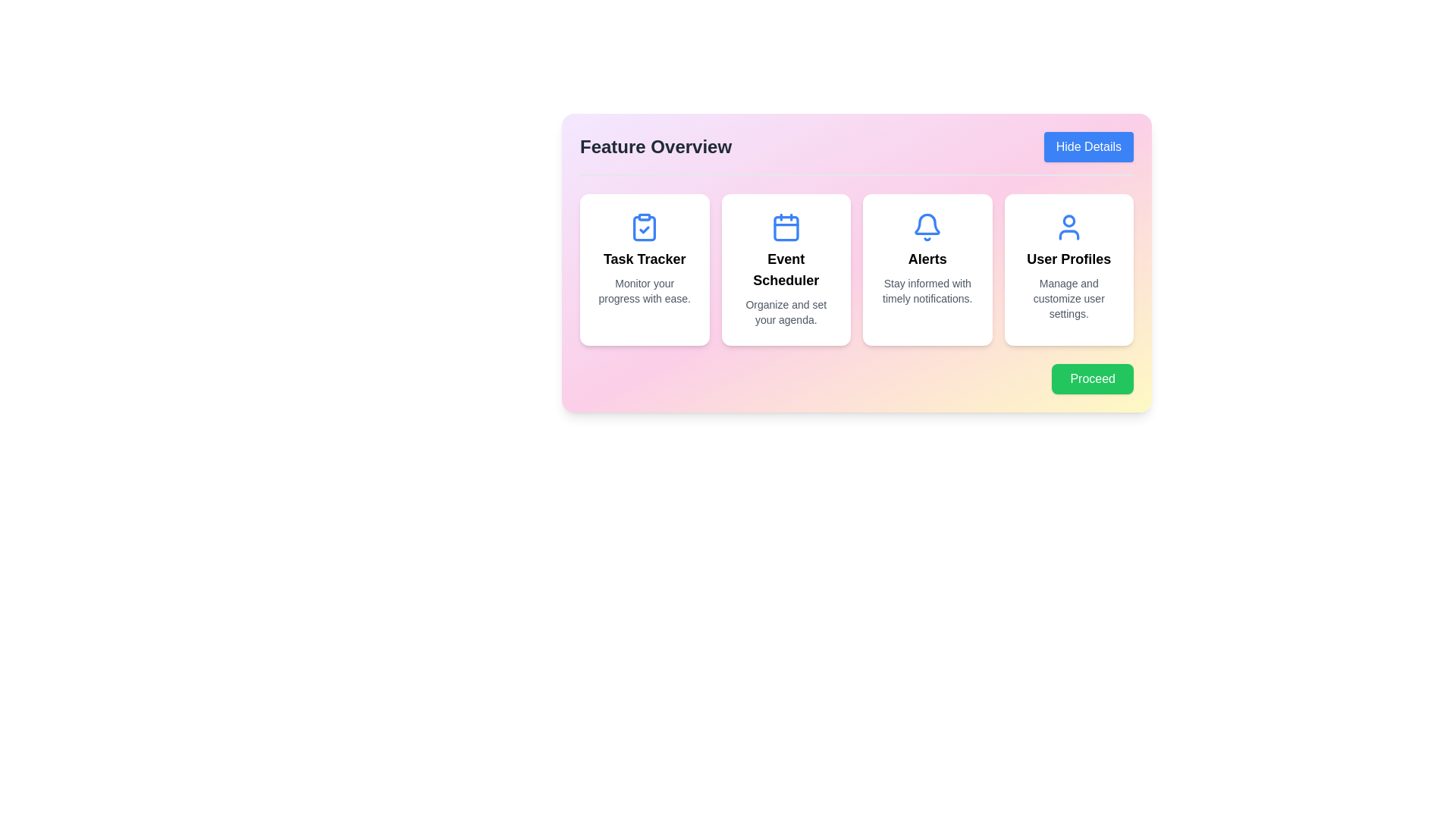 Image resolution: width=1456 pixels, height=819 pixels. What do you see at coordinates (786, 268) in the screenshot?
I see `the 'Event Scheduler' card, which is a rectangular card with a white background, rounded corners, and a calendar icon at the top` at bounding box center [786, 268].